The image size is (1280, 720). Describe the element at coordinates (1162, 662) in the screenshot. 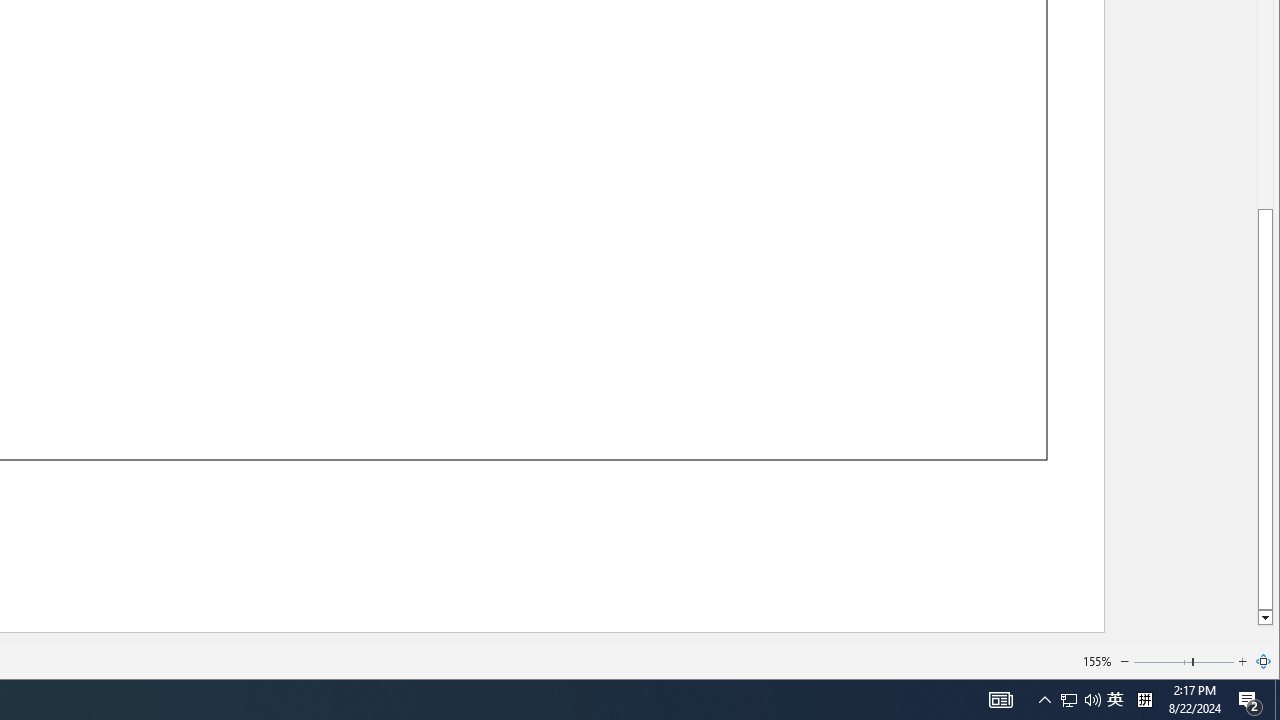

I see `'Page left'` at that location.